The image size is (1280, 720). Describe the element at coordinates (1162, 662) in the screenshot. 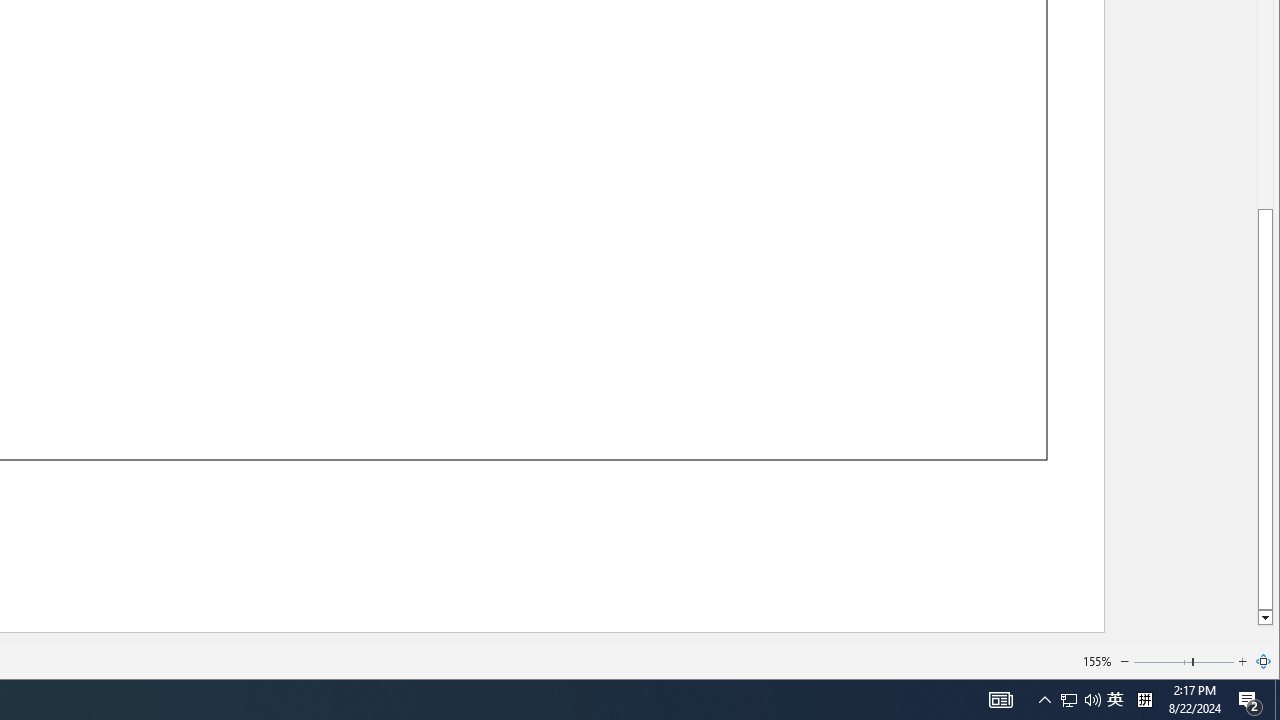

I see `'Page left'` at that location.